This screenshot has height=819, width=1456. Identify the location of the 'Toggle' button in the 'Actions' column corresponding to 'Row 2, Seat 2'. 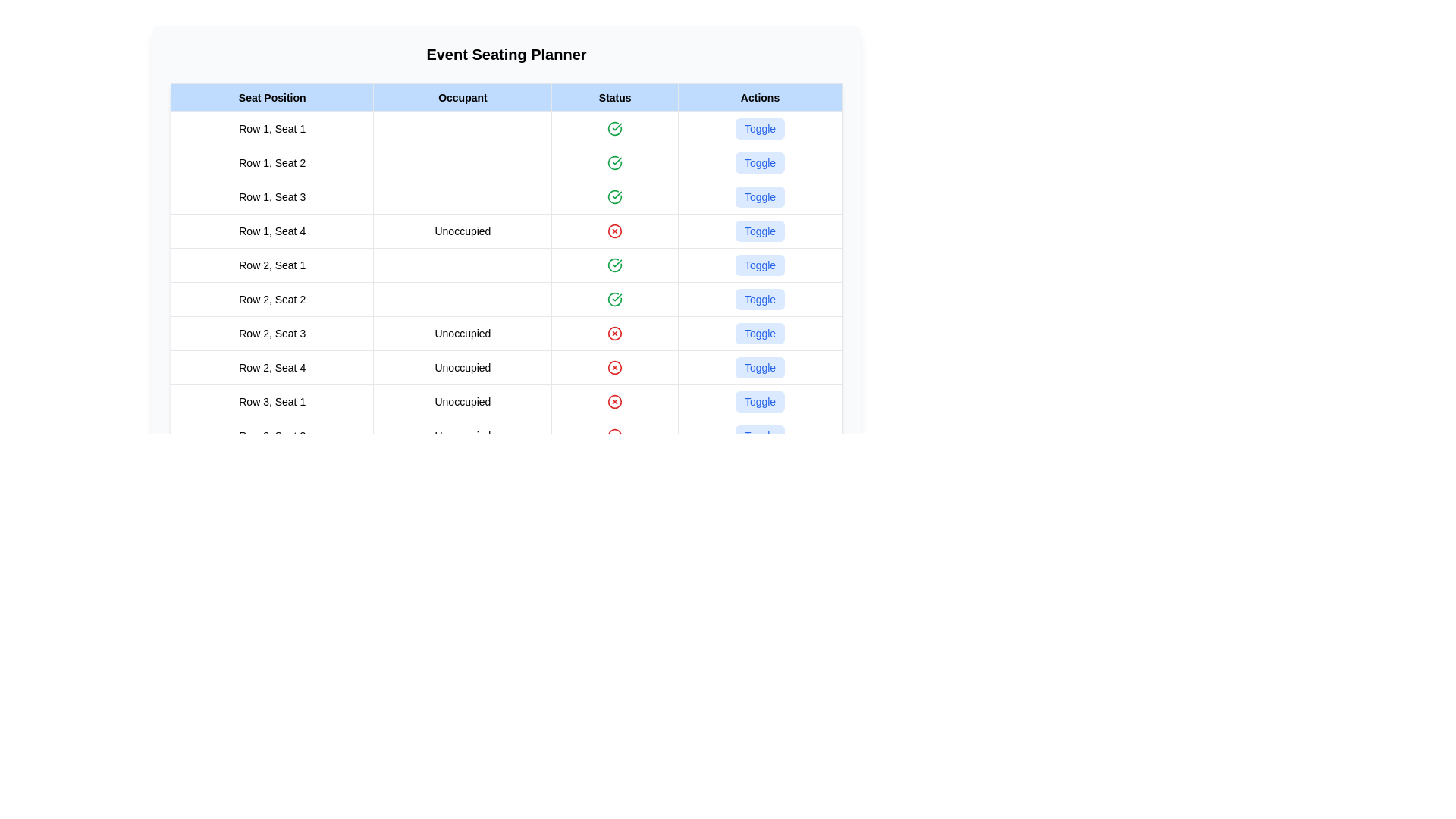
(760, 299).